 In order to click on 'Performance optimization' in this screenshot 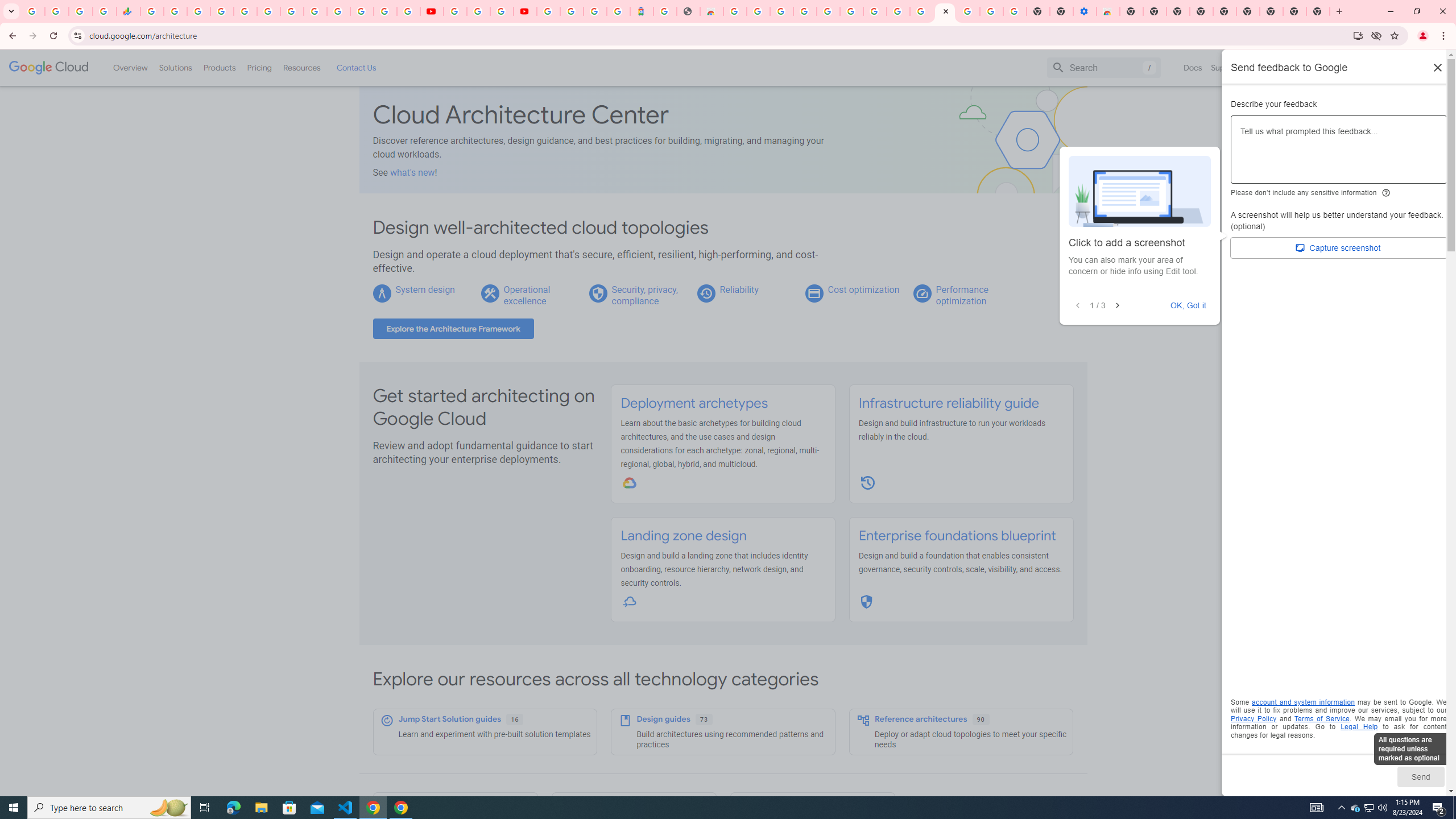, I will do `click(962, 295)`.